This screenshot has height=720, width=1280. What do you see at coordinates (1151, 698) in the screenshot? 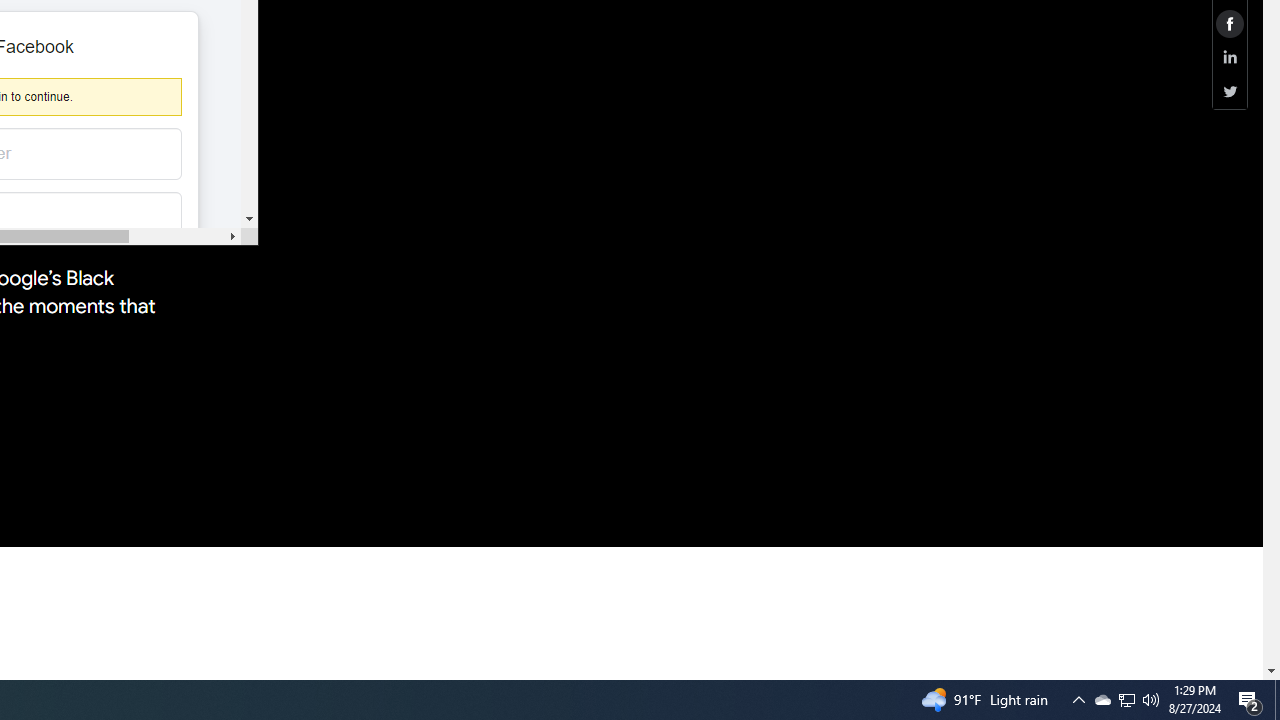
I see `'User Promoted Notification Area'` at bounding box center [1151, 698].